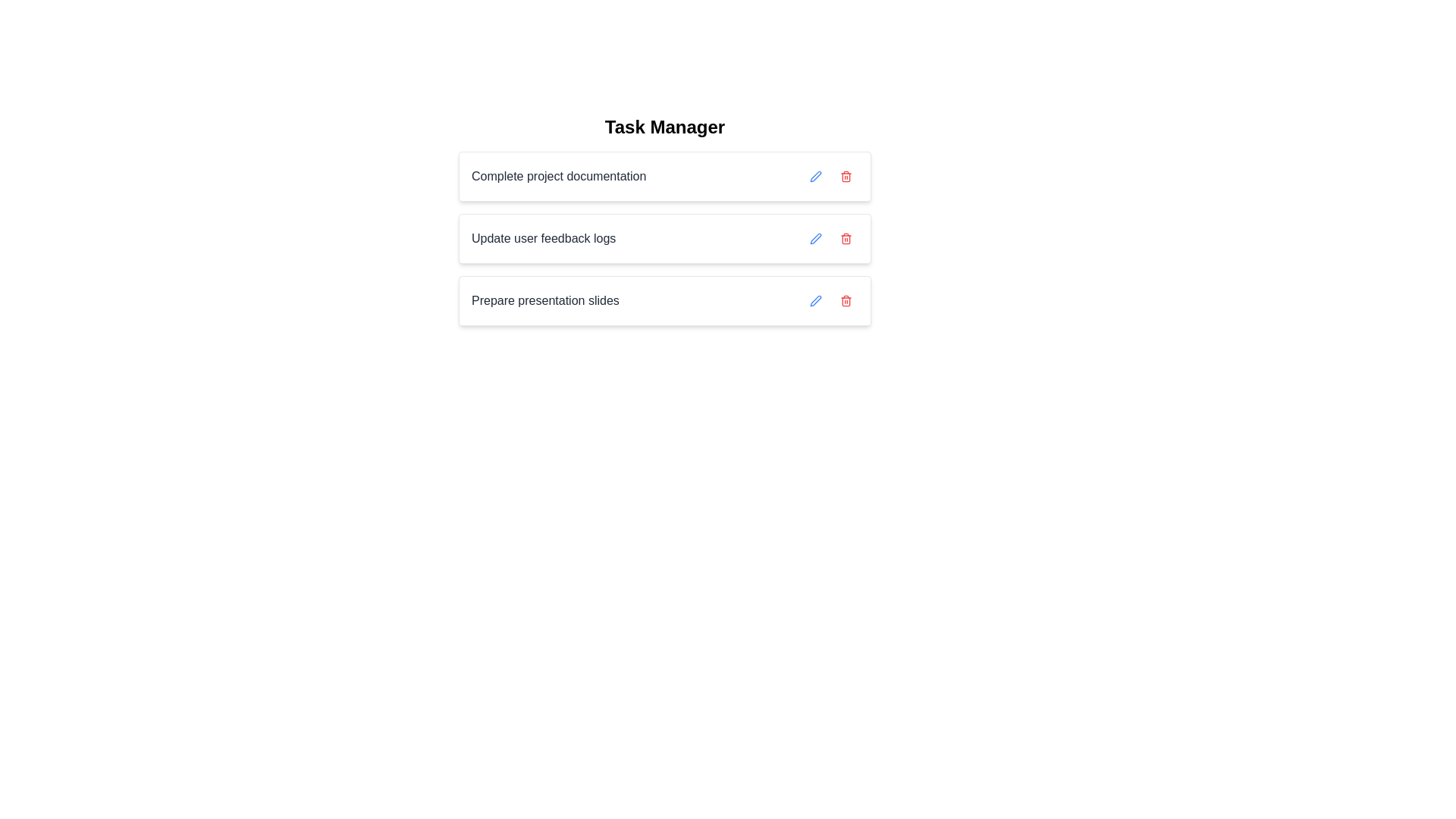  Describe the element at coordinates (846, 239) in the screenshot. I see `the circular delete button with a red border next to the 'Update user feedback logs' text` at that location.